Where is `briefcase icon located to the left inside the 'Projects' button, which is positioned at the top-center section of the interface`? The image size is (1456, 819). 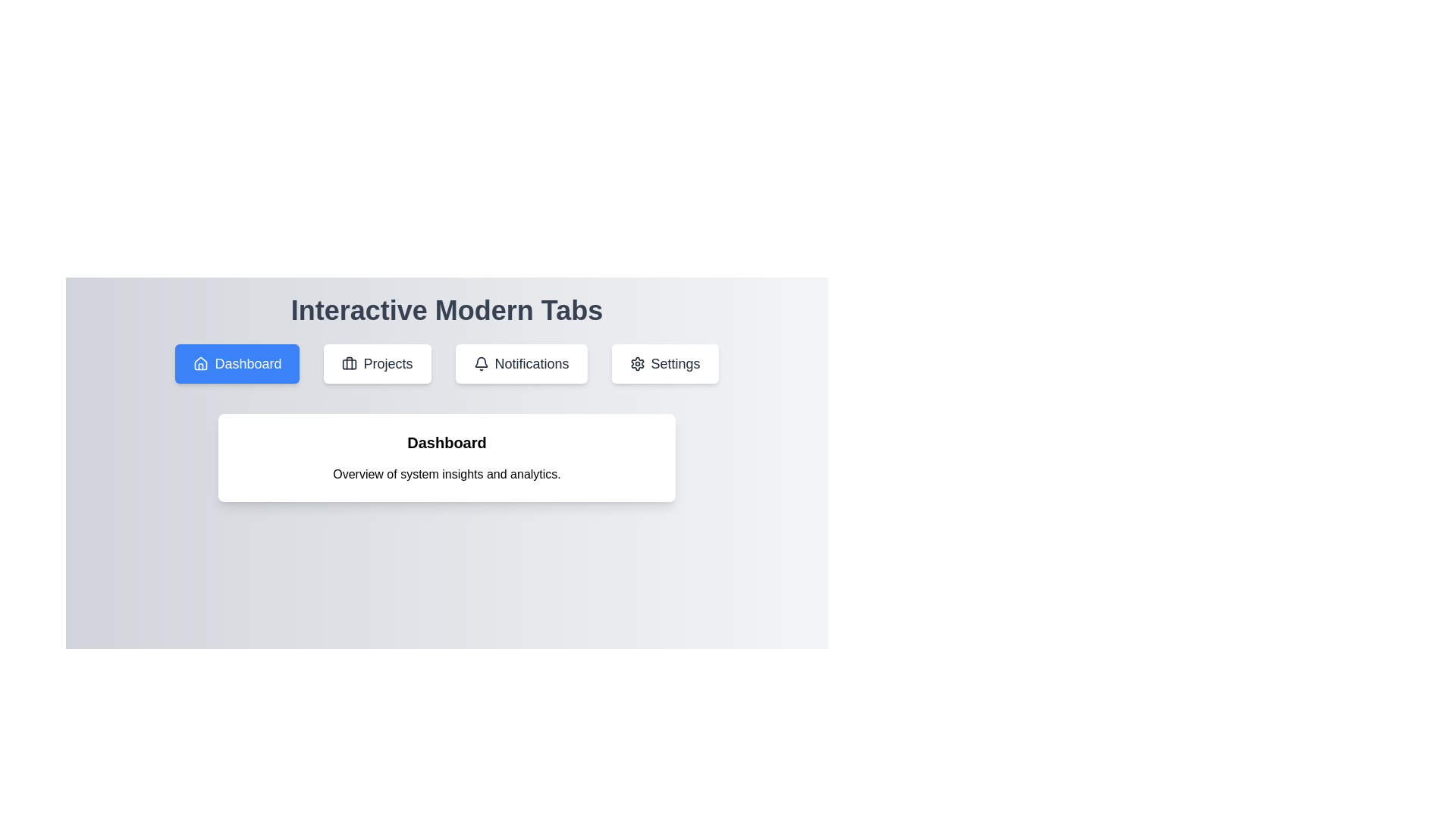 briefcase icon located to the left inside the 'Projects' button, which is positioned at the top-center section of the interface is located at coordinates (349, 363).